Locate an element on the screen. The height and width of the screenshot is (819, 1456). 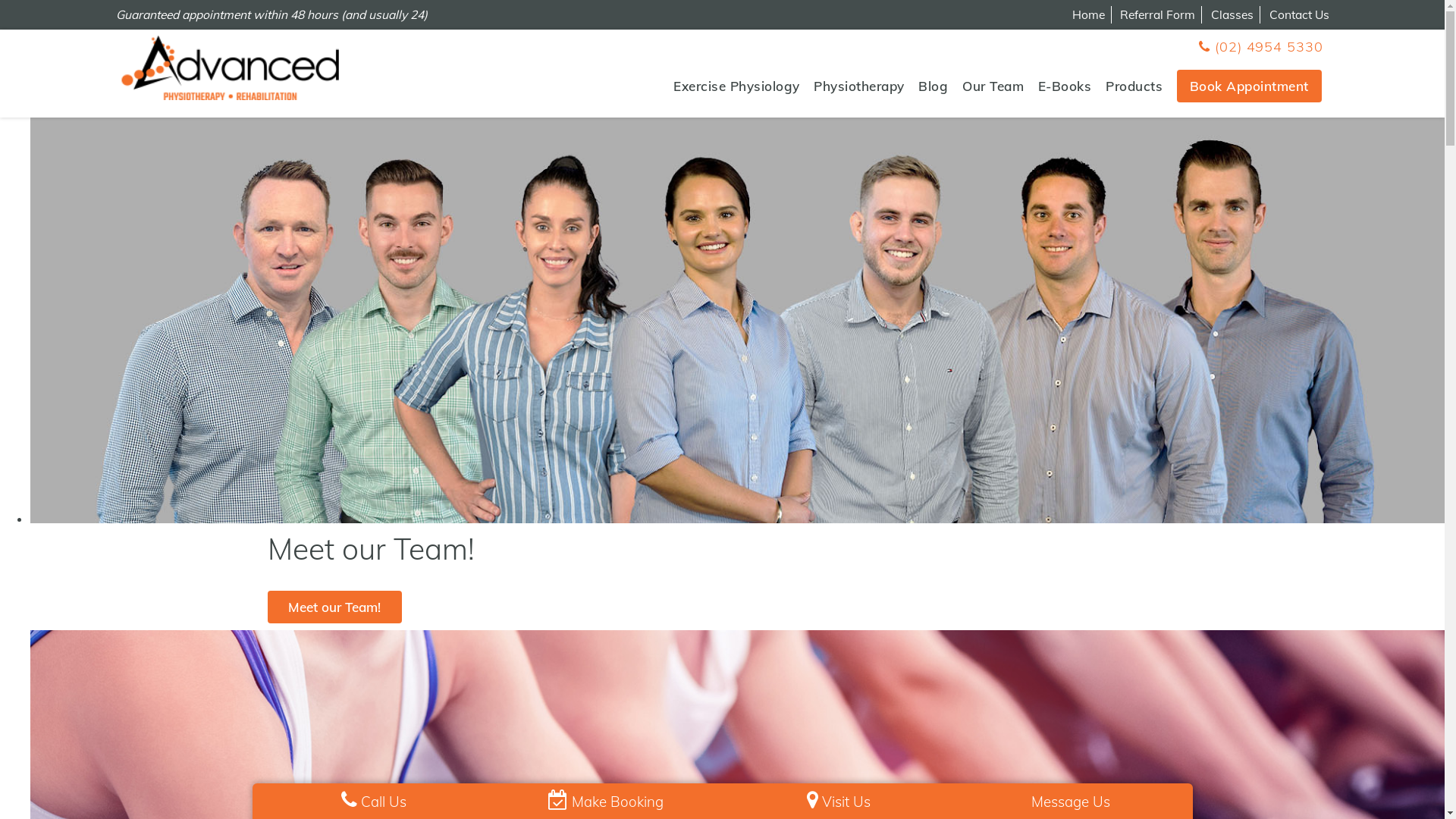
'Classes' is located at coordinates (1210, 14).